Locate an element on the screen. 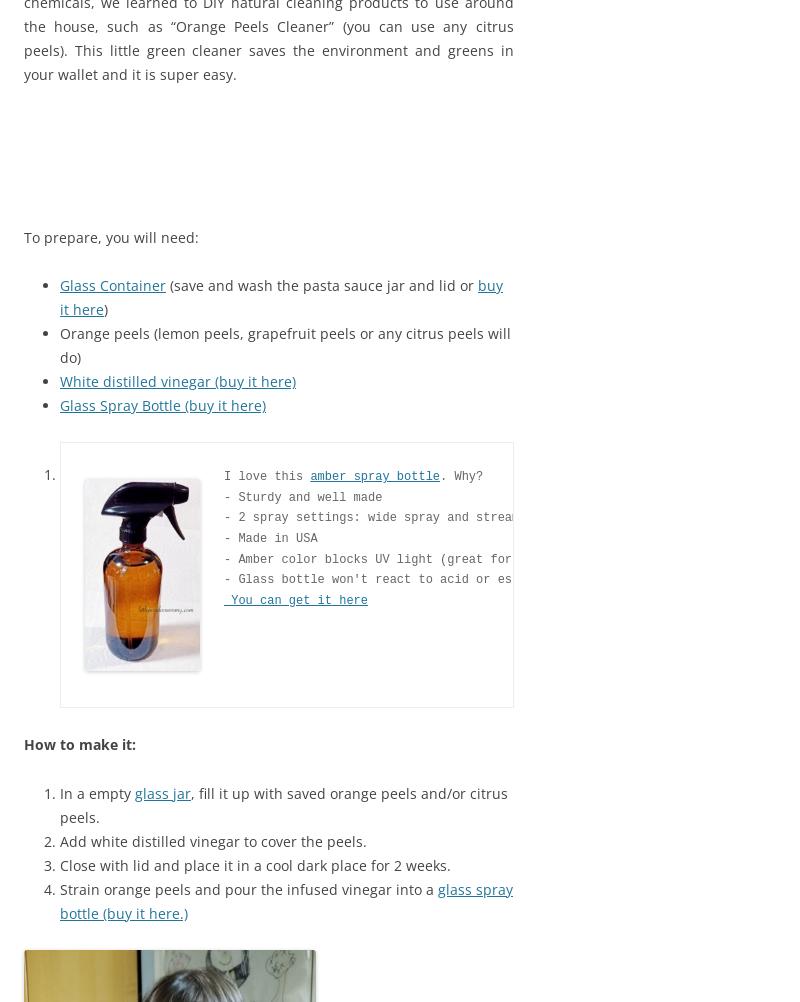 Image resolution: width=800 pixels, height=1002 pixels. '. Why?
- Sturdy and well made
- 2 spray settings: wide spray and stream
- Made in USA 
- Amber color blocks UV light (great for essential oil cleaners) 
- Glass bottle won't react to acid or essential oils' is located at coordinates (224, 528).